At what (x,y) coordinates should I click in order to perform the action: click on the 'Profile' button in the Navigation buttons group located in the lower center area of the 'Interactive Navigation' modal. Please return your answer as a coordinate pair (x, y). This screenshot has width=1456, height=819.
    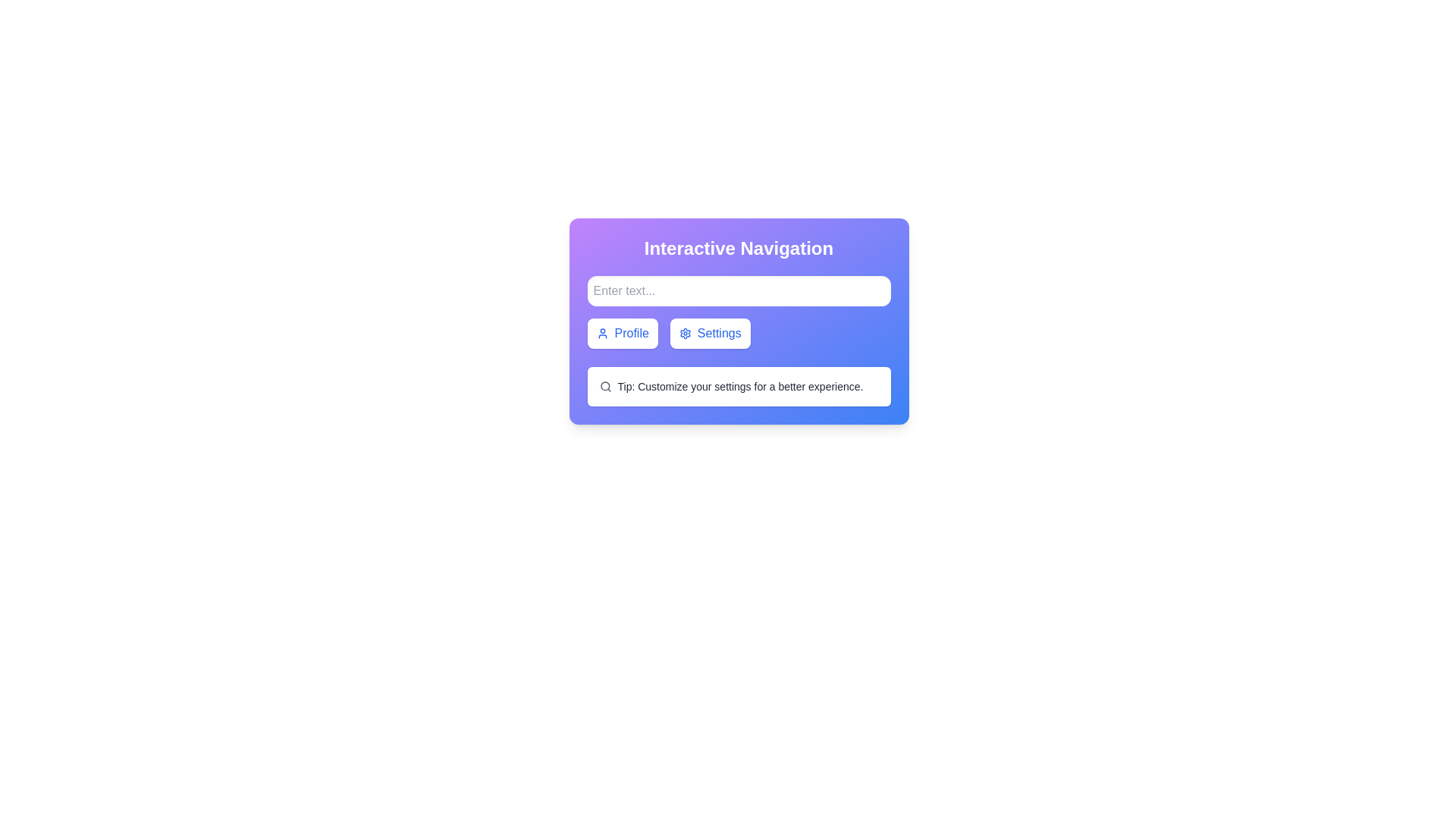
    Looking at the image, I should click on (739, 332).